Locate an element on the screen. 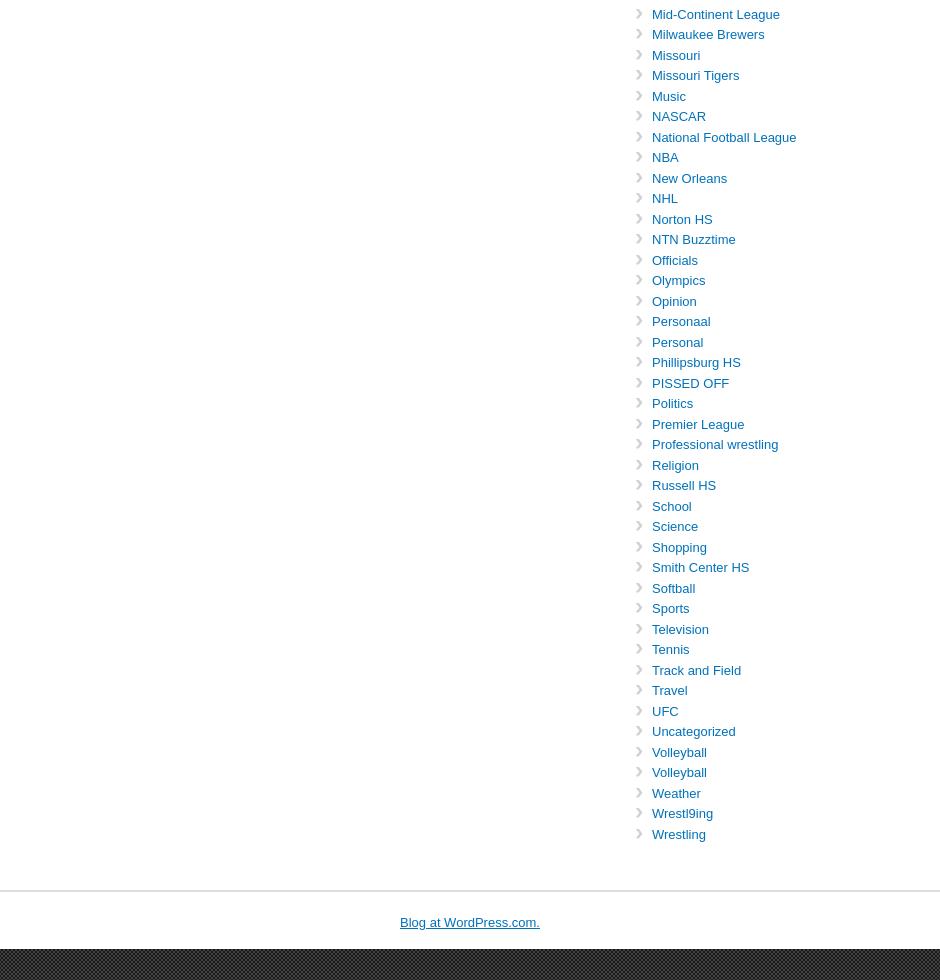  'Uncategorized' is located at coordinates (692, 731).